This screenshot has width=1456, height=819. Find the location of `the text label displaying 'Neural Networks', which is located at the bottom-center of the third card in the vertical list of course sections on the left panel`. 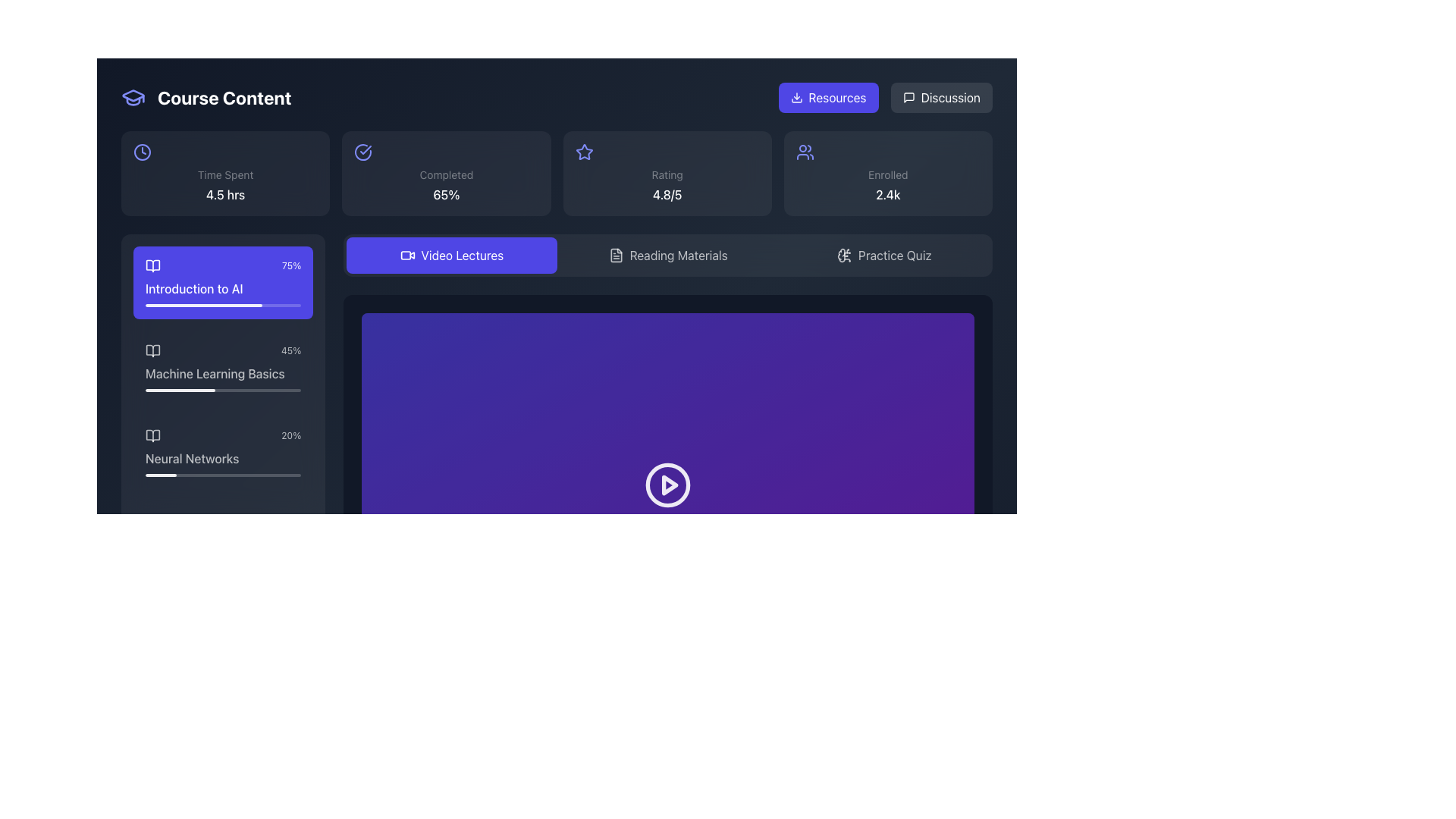

the text label displaying 'Neural Networks', which is located at the bottom-center of the third card in the vertical list of course sections on the left panel is located at coordinates (222, 458).